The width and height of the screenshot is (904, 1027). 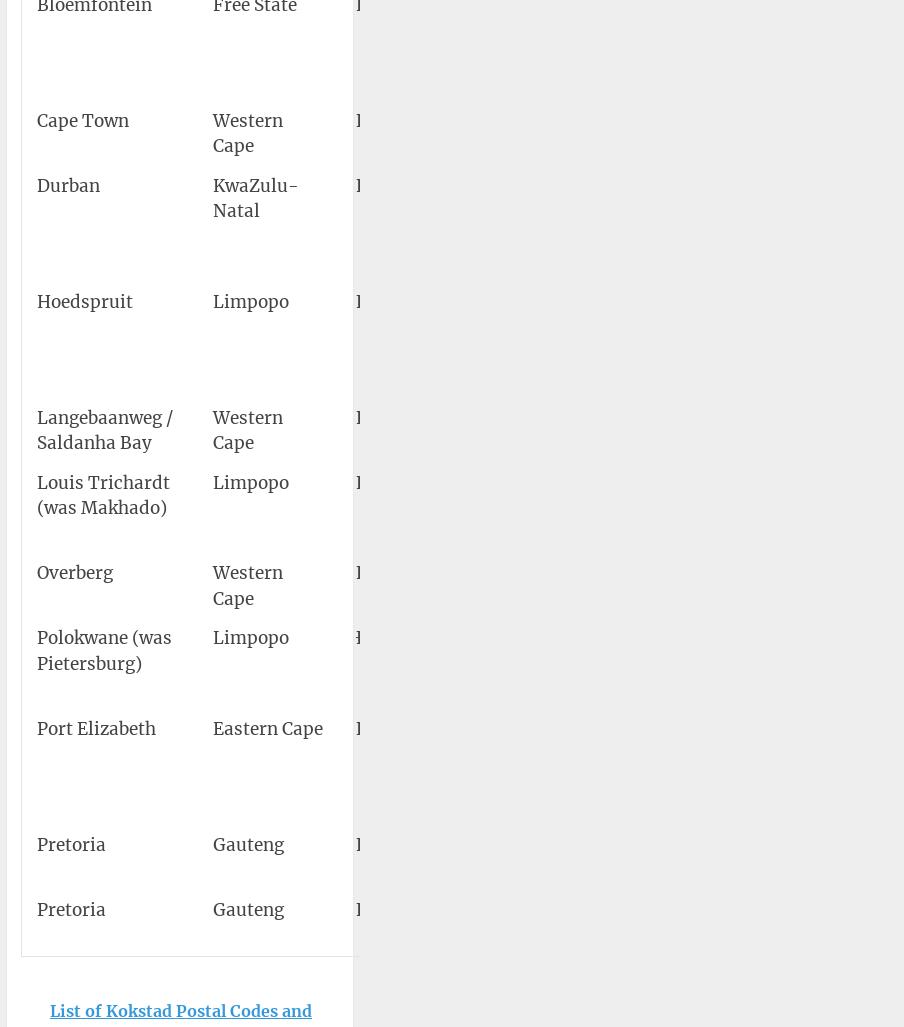 I want to click on '34°33′17″S 020°15′02″E', so click(x=749, y=585).